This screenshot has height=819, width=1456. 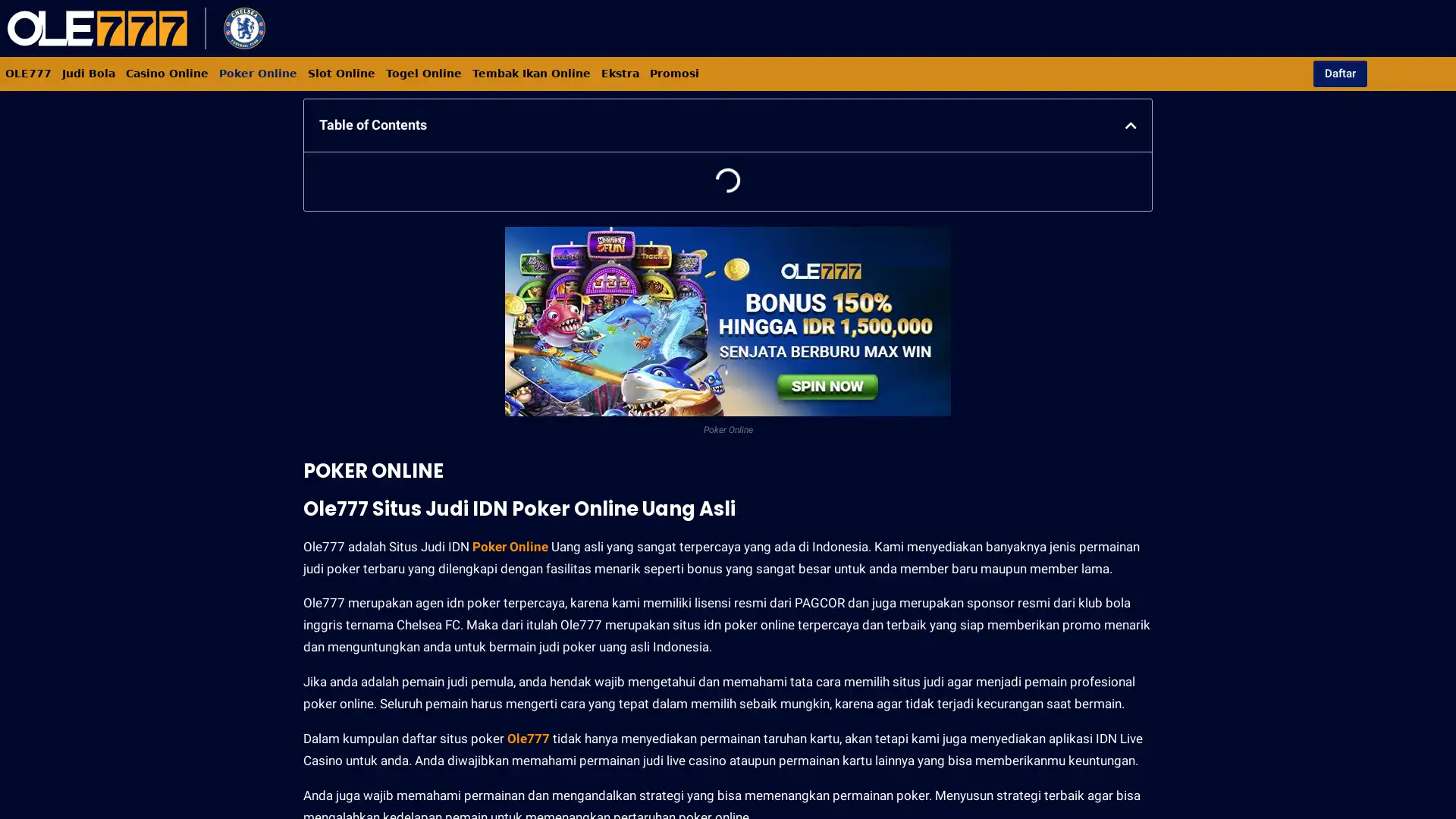 What do you see at coordinates (1339, 73) in the screenshot?
I see `Daftar` at bounding box center [1339, 73].